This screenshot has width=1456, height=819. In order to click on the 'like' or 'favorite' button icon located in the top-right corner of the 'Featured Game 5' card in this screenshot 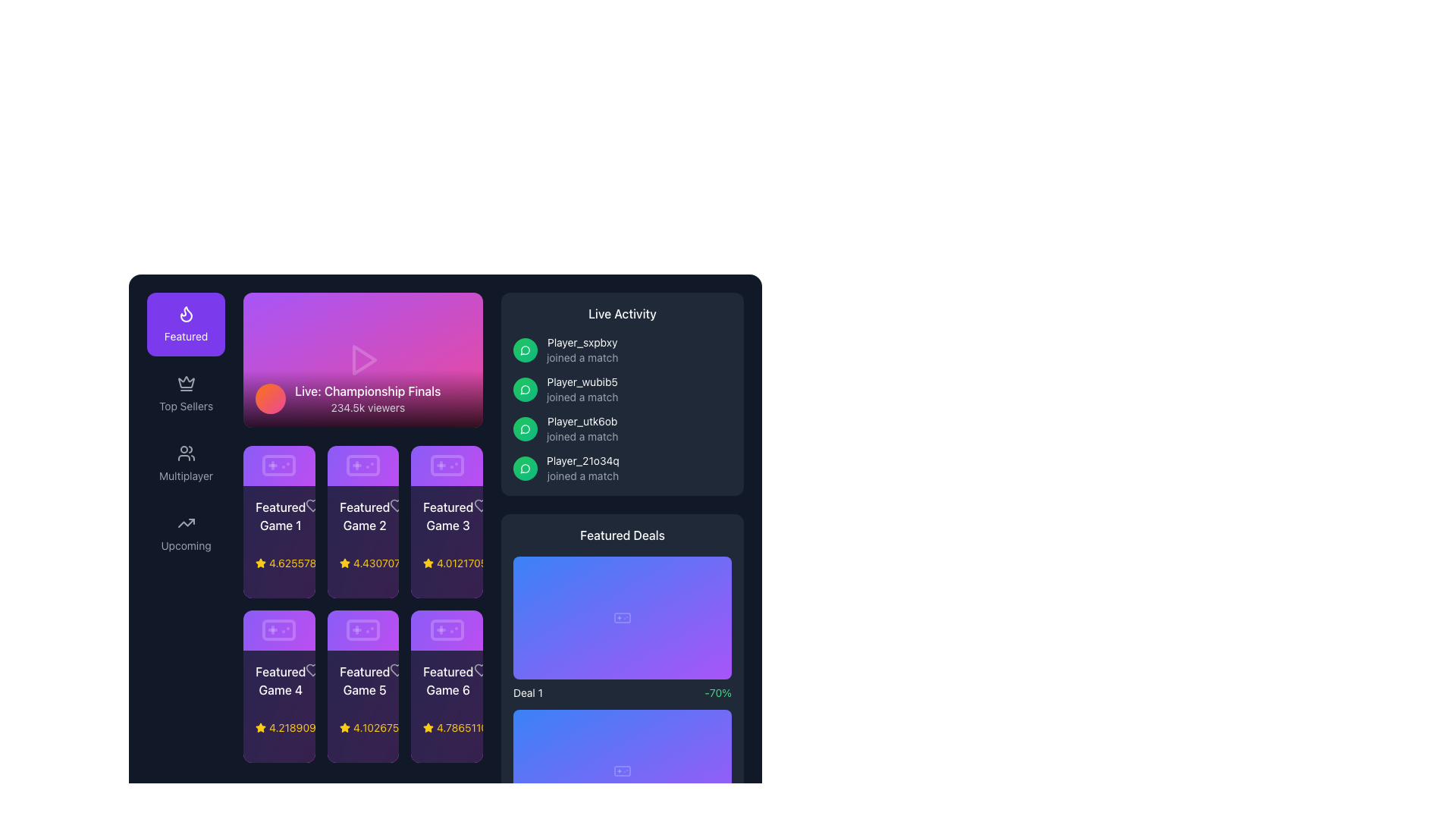, I will do `click(397, 669)`.